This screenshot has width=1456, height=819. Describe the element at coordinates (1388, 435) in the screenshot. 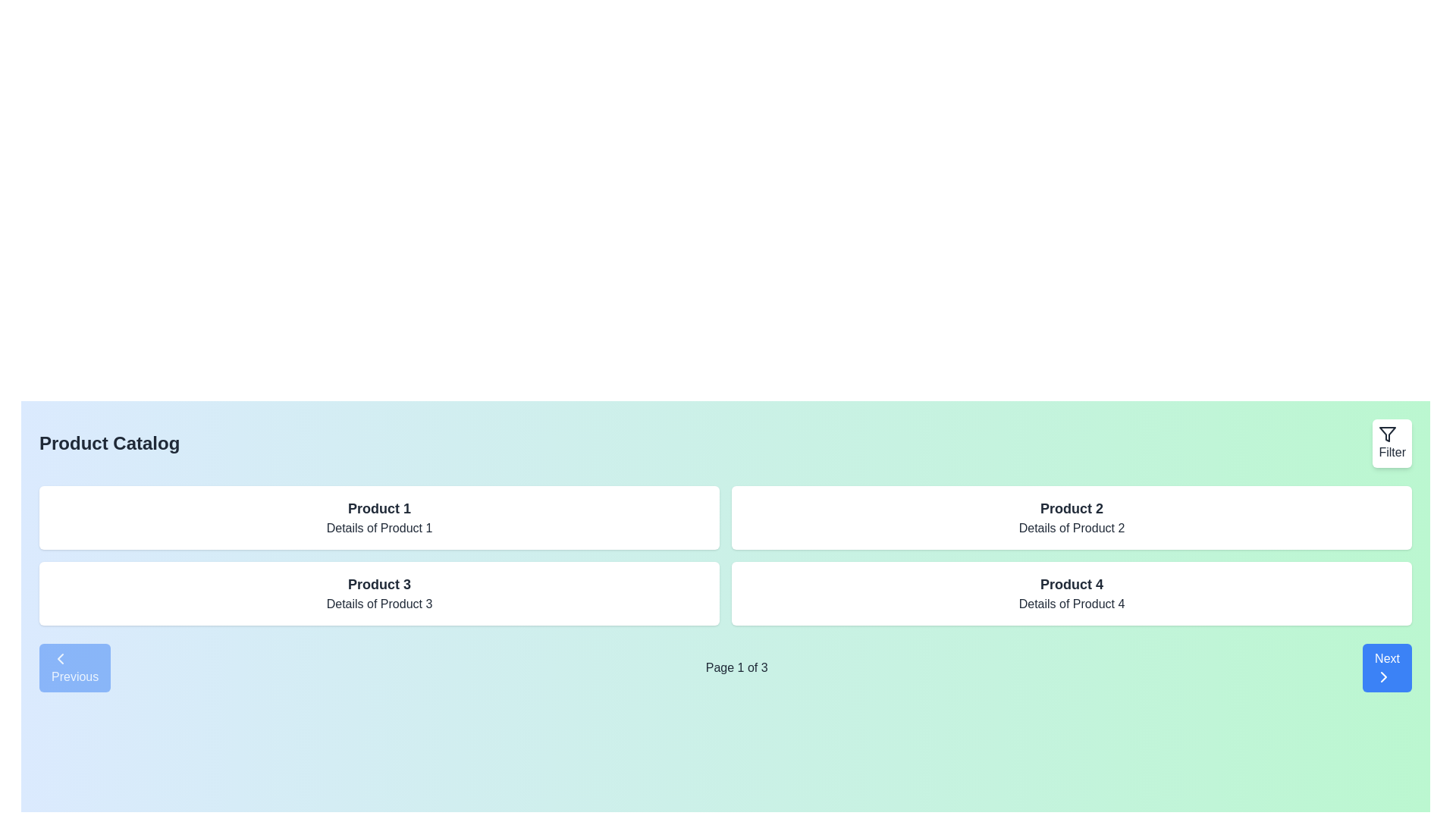

I see `the filtering icon located within the 'Filter' button at the top-right corner of the user interface to receive visual feedback` at that location.